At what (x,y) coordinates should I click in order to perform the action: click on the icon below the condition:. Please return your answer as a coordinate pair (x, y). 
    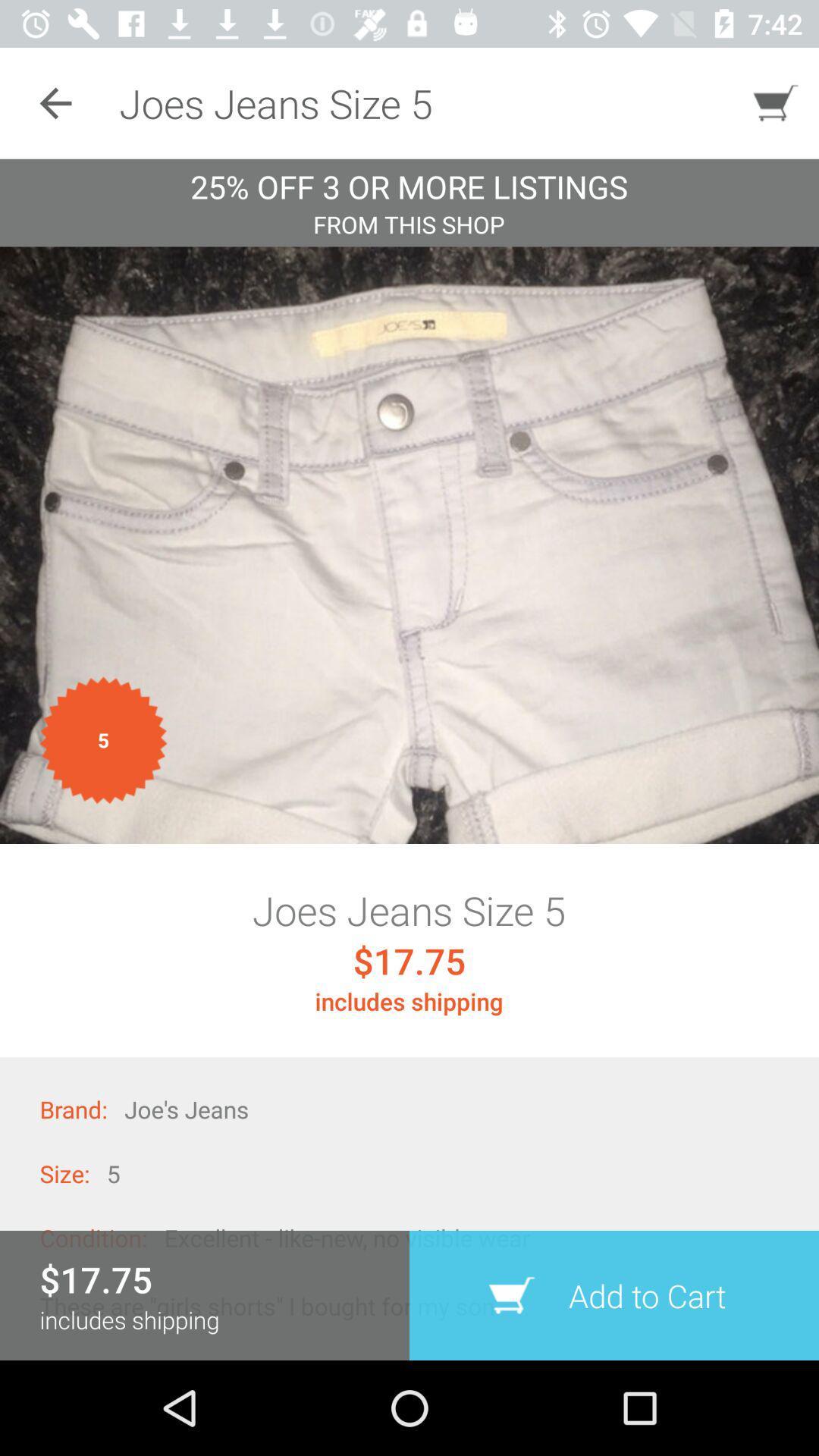
    Looking at the image, I should click on (269, 1305).